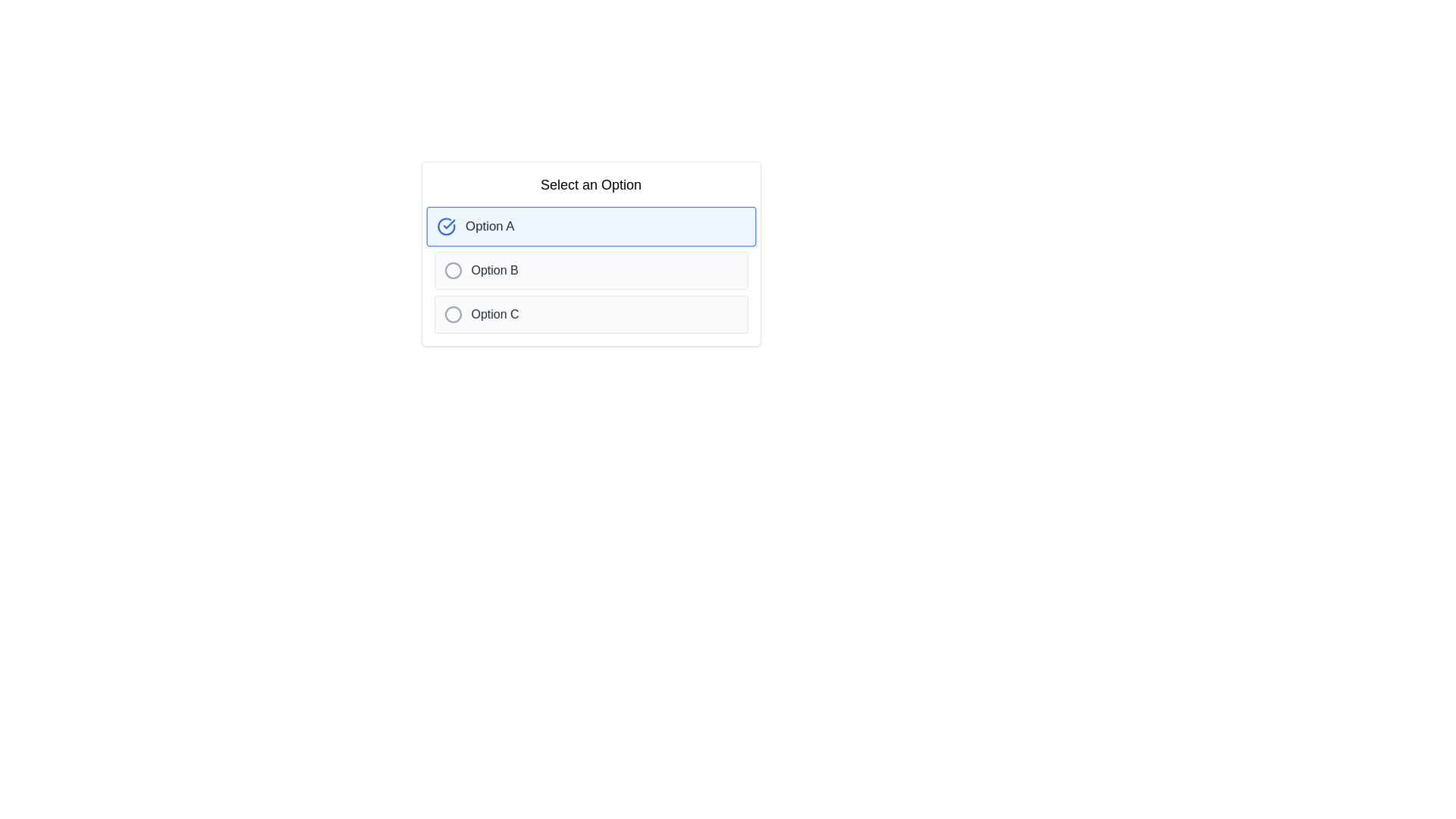  I want to click on the radio button option 'Option B' in the selectable group, so click(590, 270).